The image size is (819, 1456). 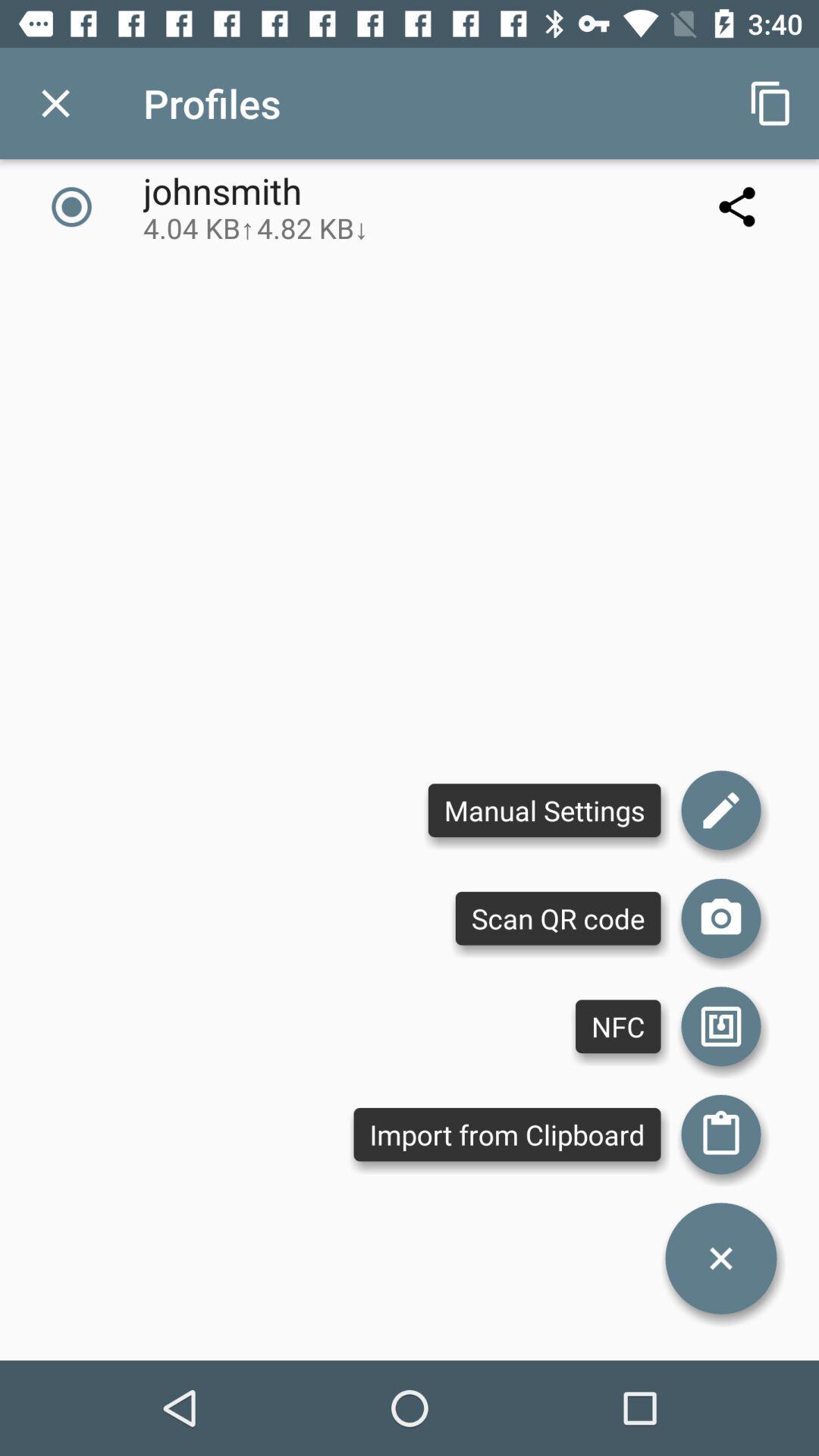 What do you see at coordinates (720, 1134) in the screenshot?
I see `paste from clipboard` at bounding box center [720, 1134].